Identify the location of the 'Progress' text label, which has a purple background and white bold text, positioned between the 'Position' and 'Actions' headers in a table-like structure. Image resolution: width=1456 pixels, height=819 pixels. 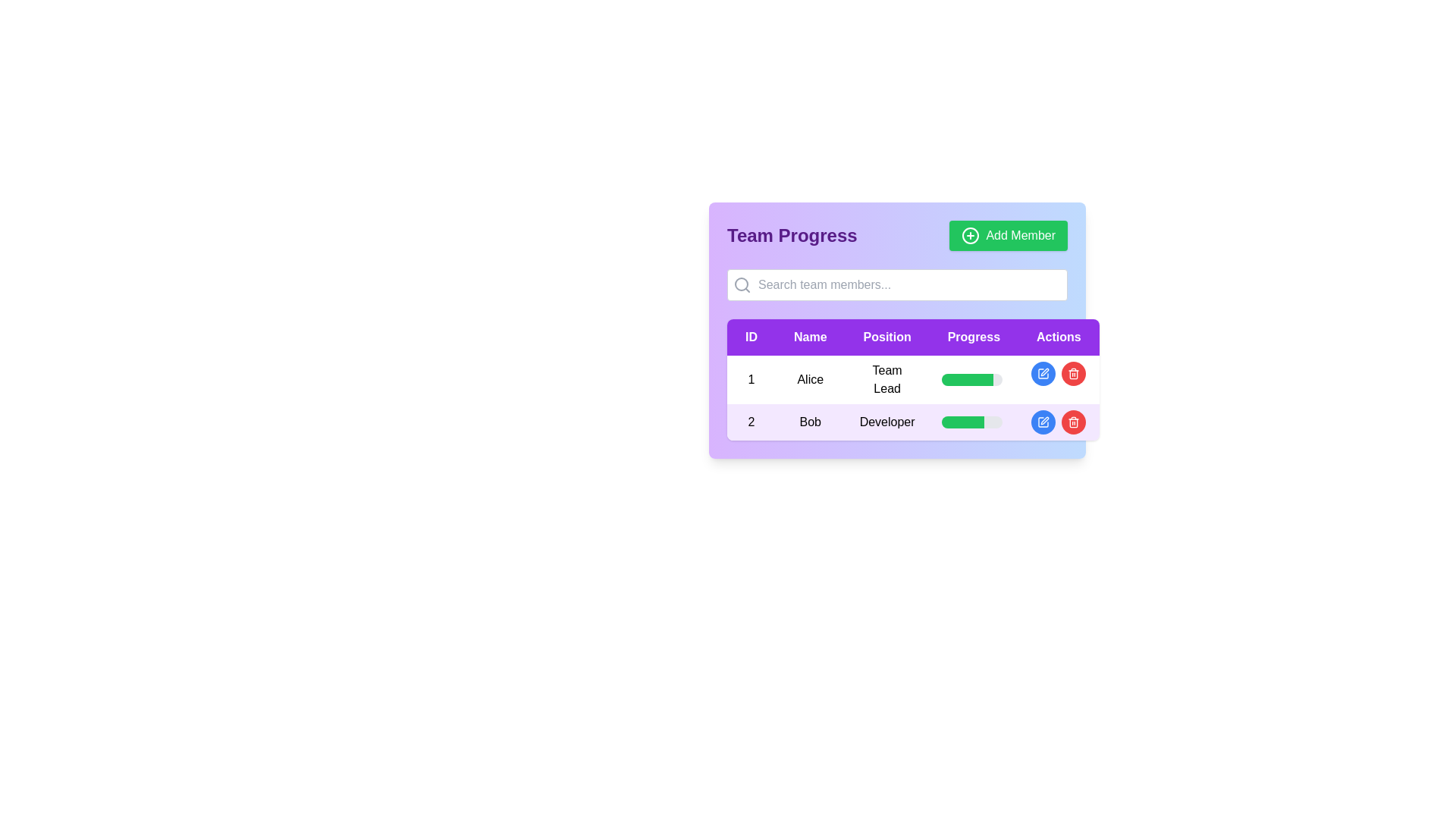
(974, 336).